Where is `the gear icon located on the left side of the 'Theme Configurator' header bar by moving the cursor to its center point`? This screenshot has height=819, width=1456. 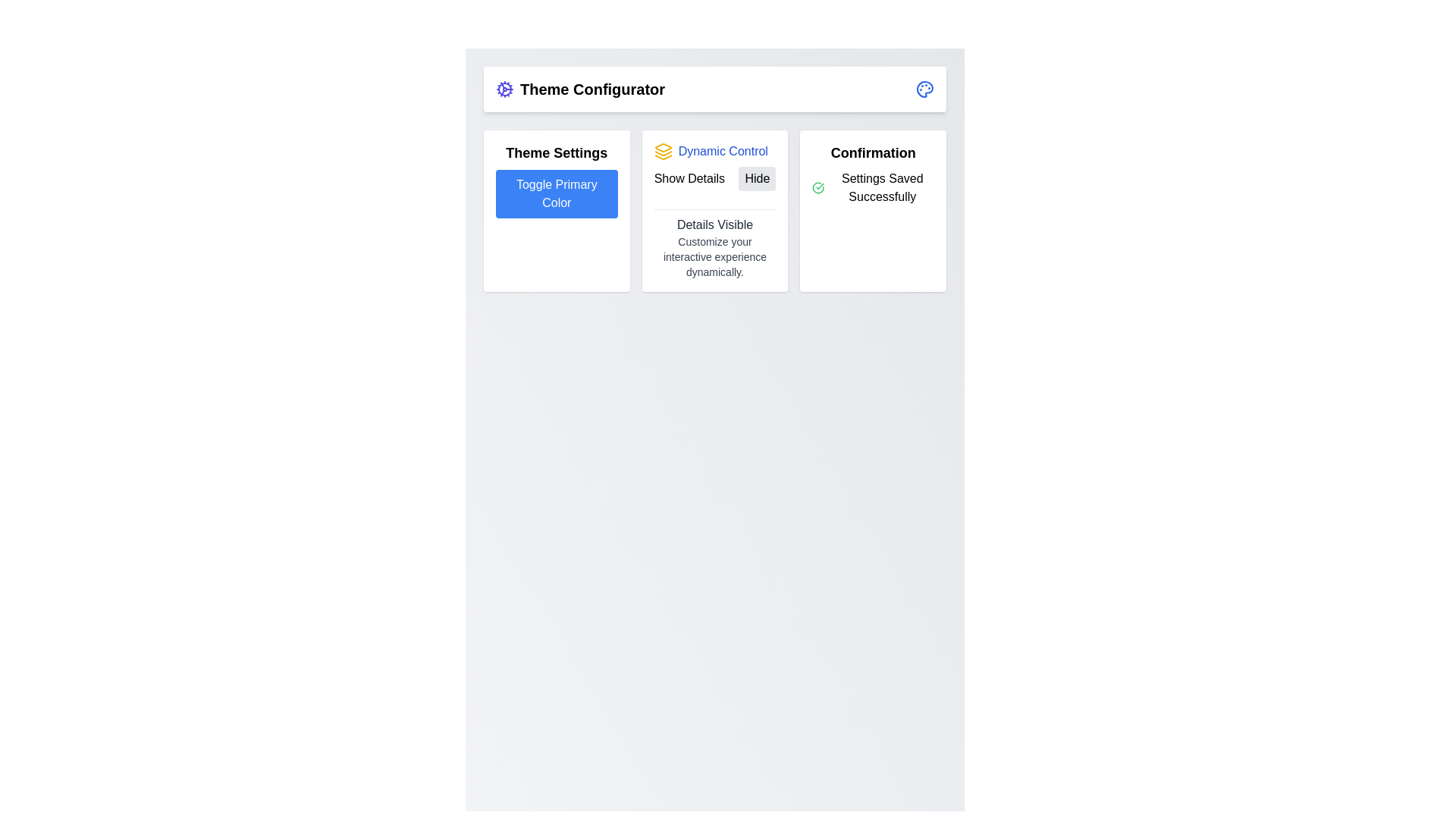 the gear icon located on the left side of the 'Theme Configurator' header bar by moving the cursor to its center point is located at coordinates (714, 89).